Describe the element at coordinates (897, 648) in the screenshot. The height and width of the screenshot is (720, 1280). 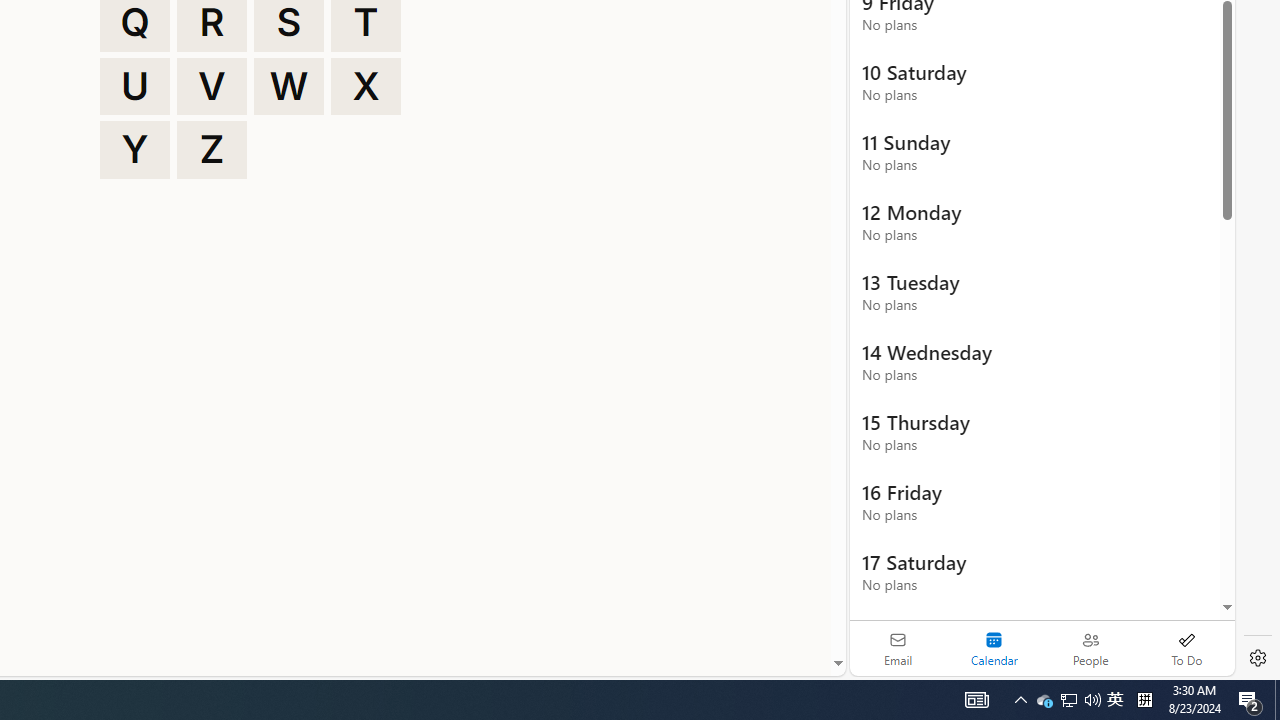
I see `'Email'` at that location.